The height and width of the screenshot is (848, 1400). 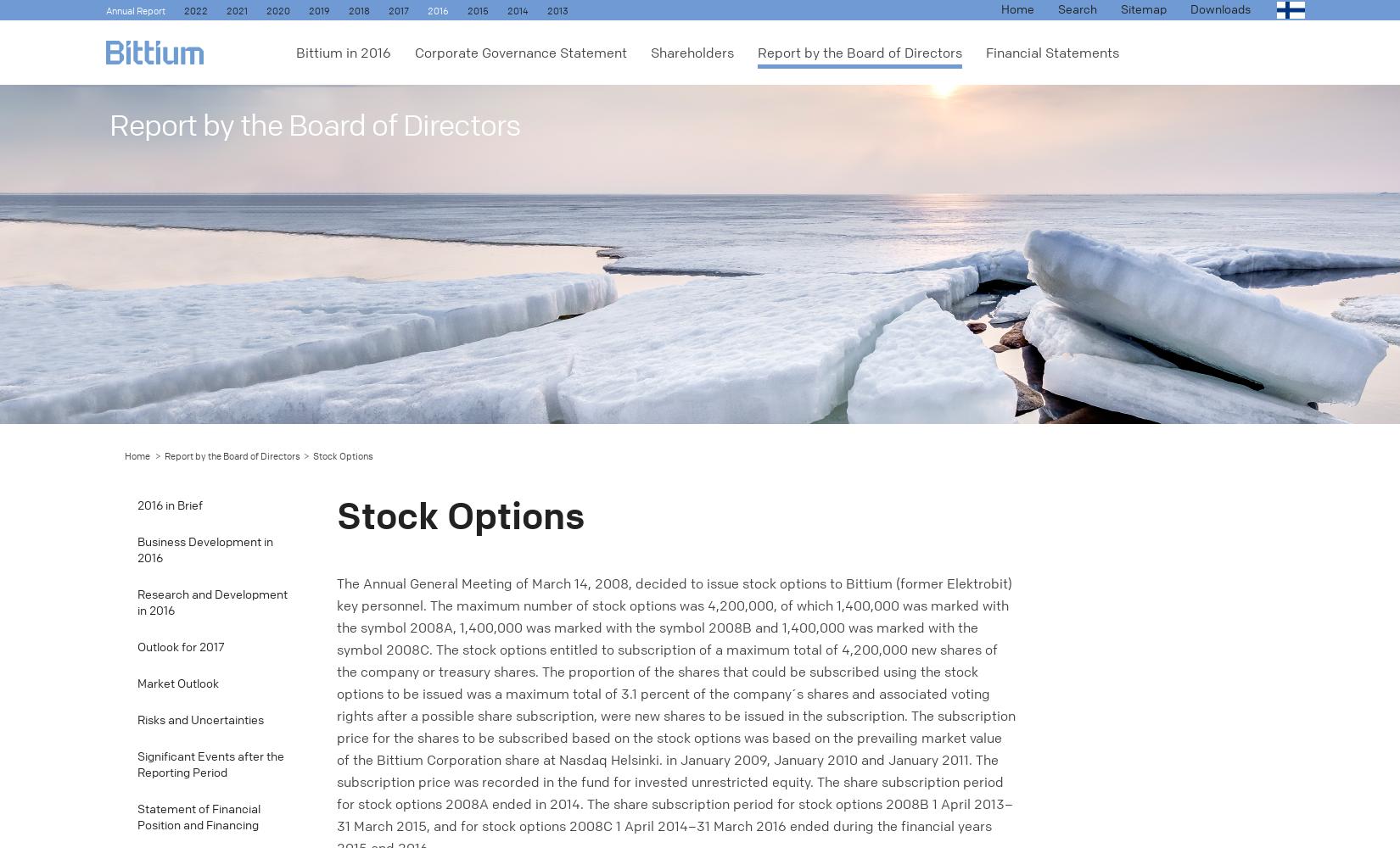 What do you see at coordinates (546, 11) in the screenshot?
I see `'2013'` at bounding box center [546, 11].